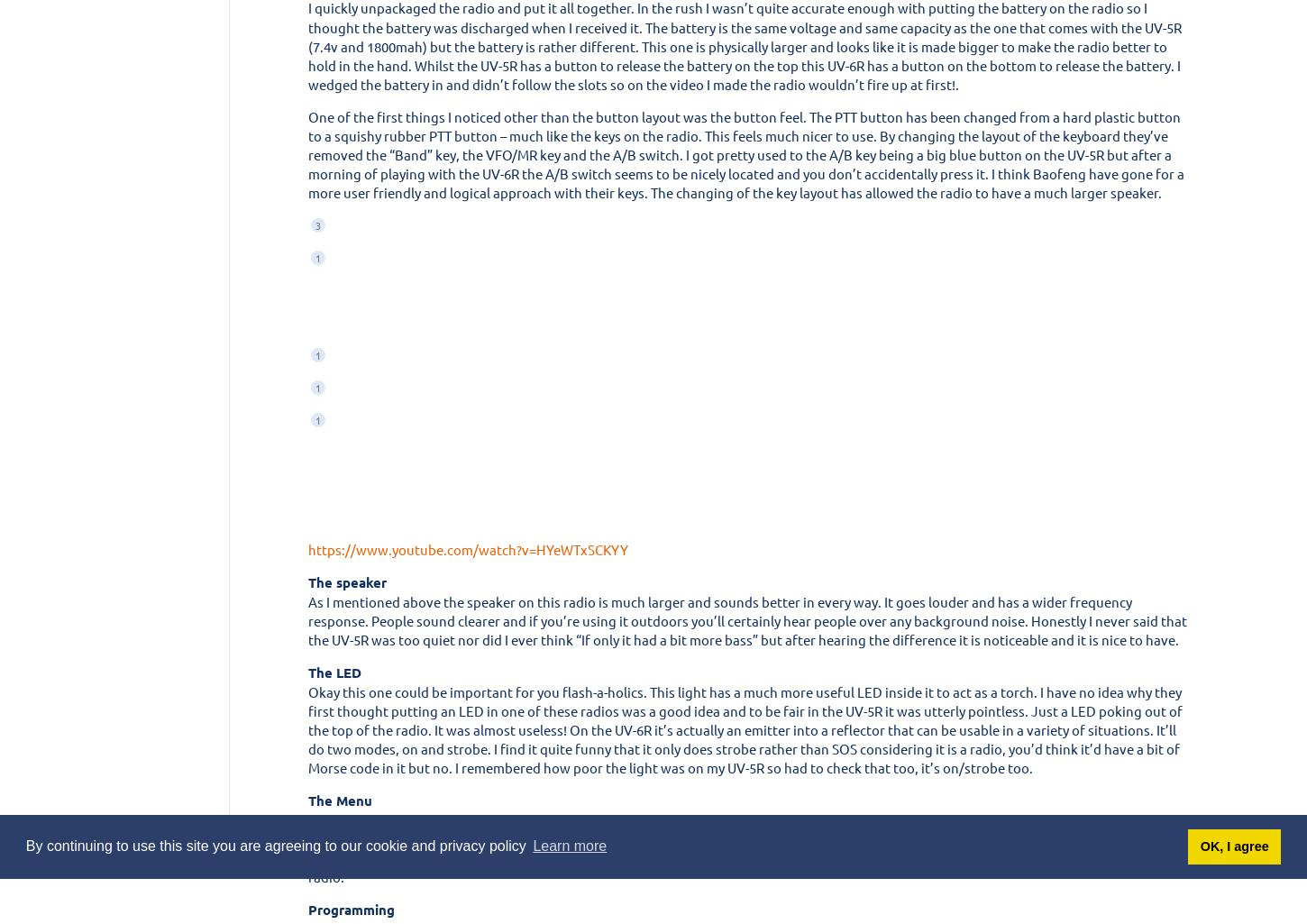 The width and height of the screenshot is (1307, 924). Describe the element at coordinates (334, 670) in the screenshot. I see `'The LED'` at that location.